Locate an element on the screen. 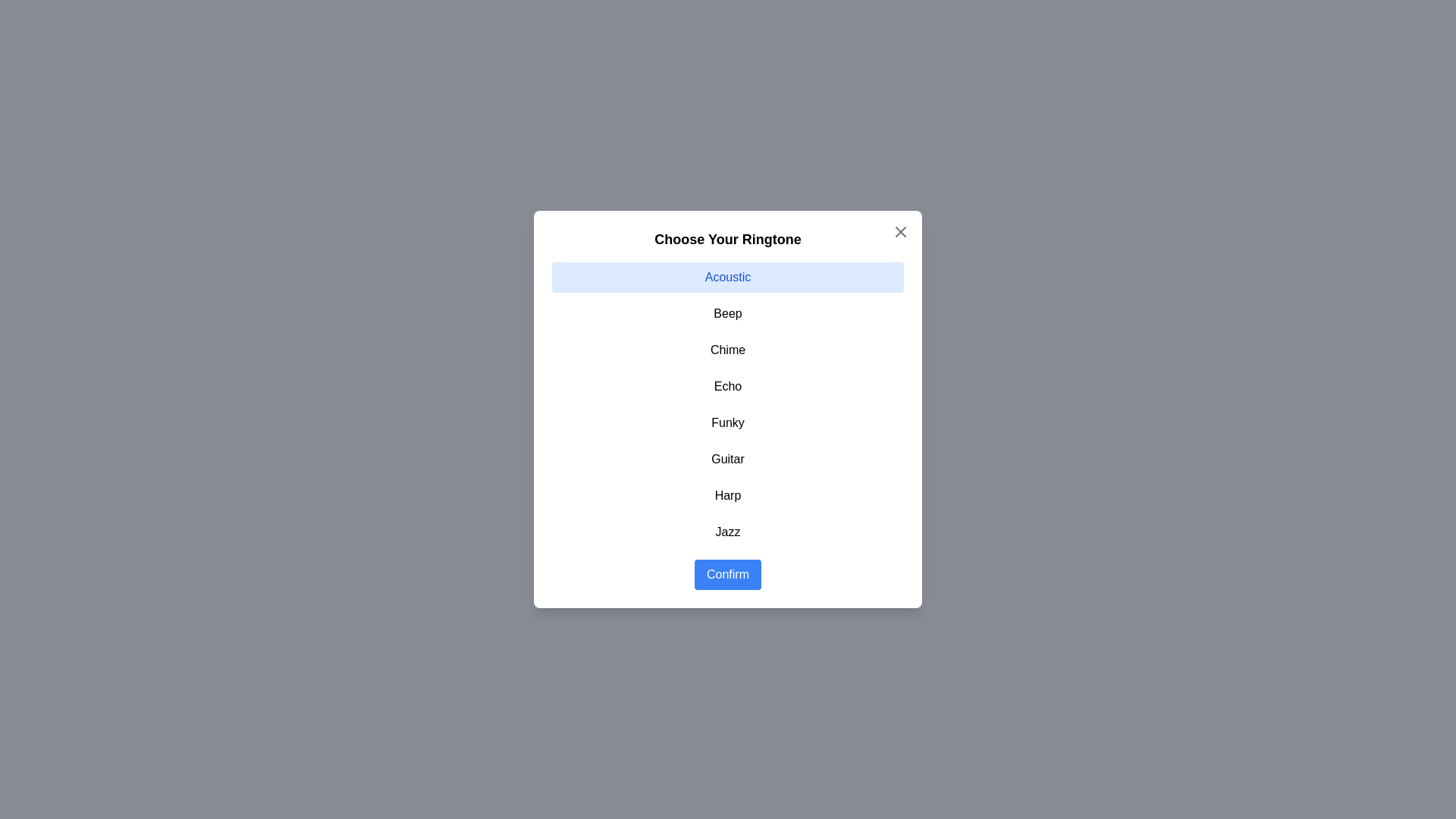  the confirm button to confirm the selected ringtone is located at coordinates (728, 575).